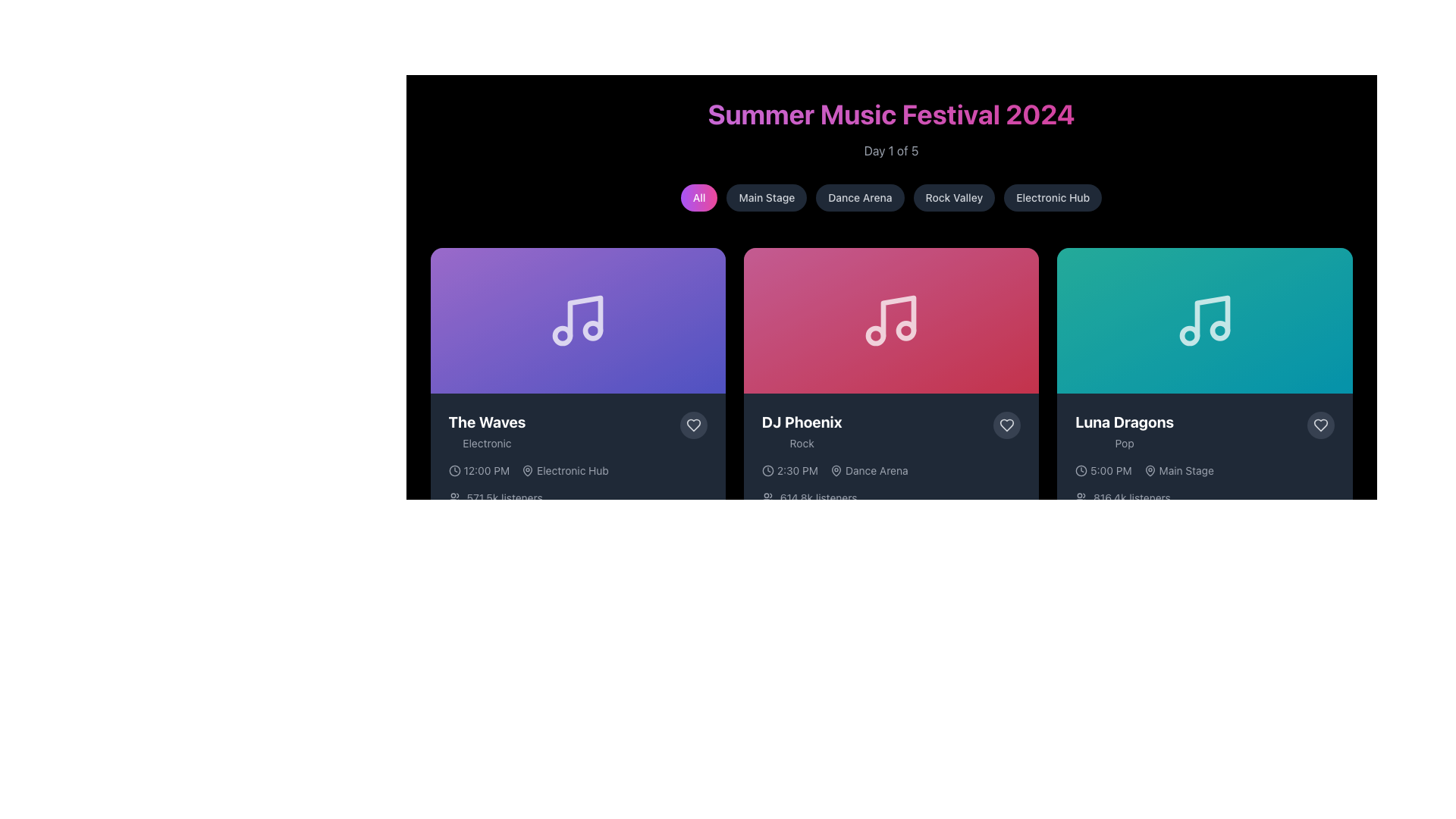 The height and width of the screenshot is (819, 1456). I want to click on the text 'Luna Dragons' within the composite component that includes a heart icon button, for further options, so click(1203, 431).